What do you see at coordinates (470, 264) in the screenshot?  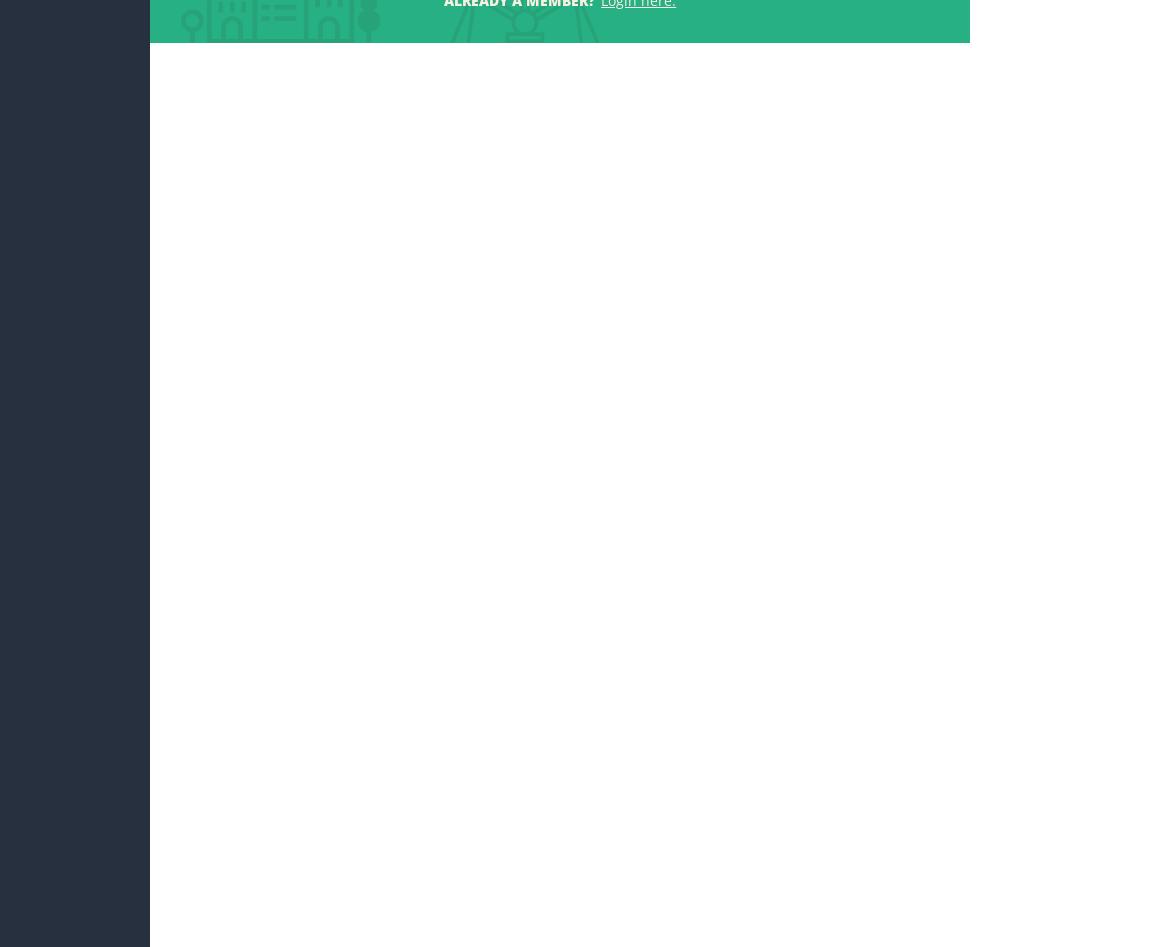 I see `'12. Jun 2017, 09:25'` at bounding box center [470, 264].